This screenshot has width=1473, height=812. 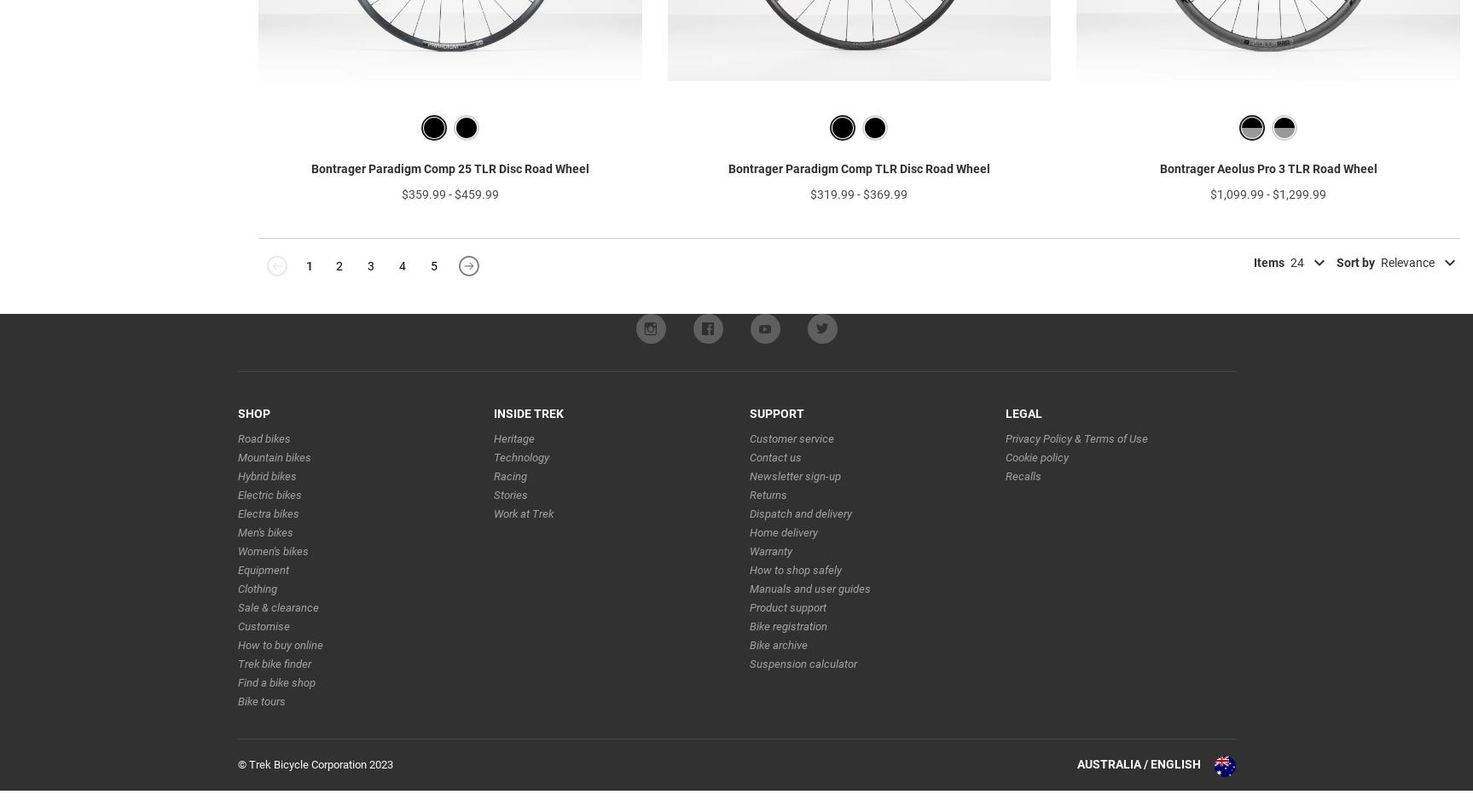 I want to click on 'Women's bikes', so click(x=271, y=577).